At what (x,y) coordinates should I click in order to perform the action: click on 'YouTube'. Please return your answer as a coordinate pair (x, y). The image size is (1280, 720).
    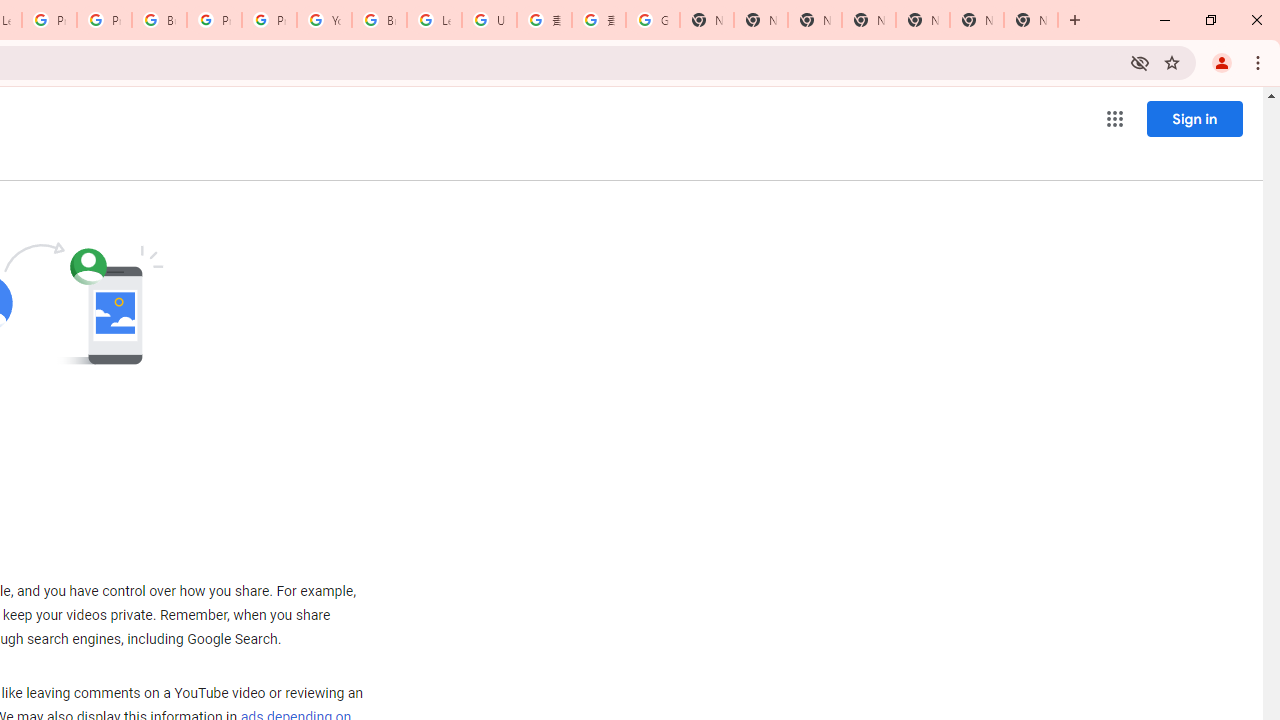
    Looking at the image, I should click on (324, 20).